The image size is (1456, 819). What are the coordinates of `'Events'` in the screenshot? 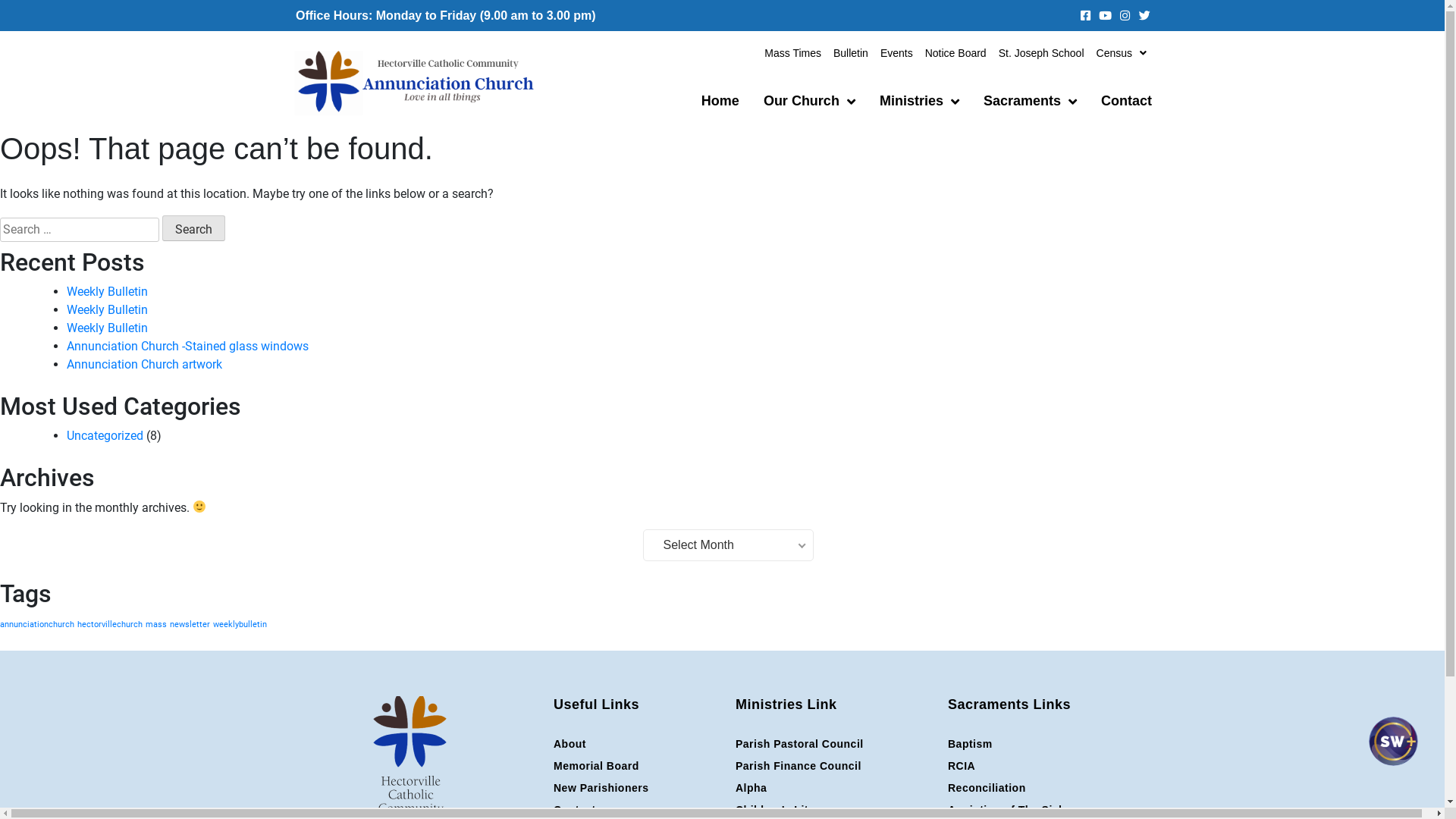 It's located at (896, 52).